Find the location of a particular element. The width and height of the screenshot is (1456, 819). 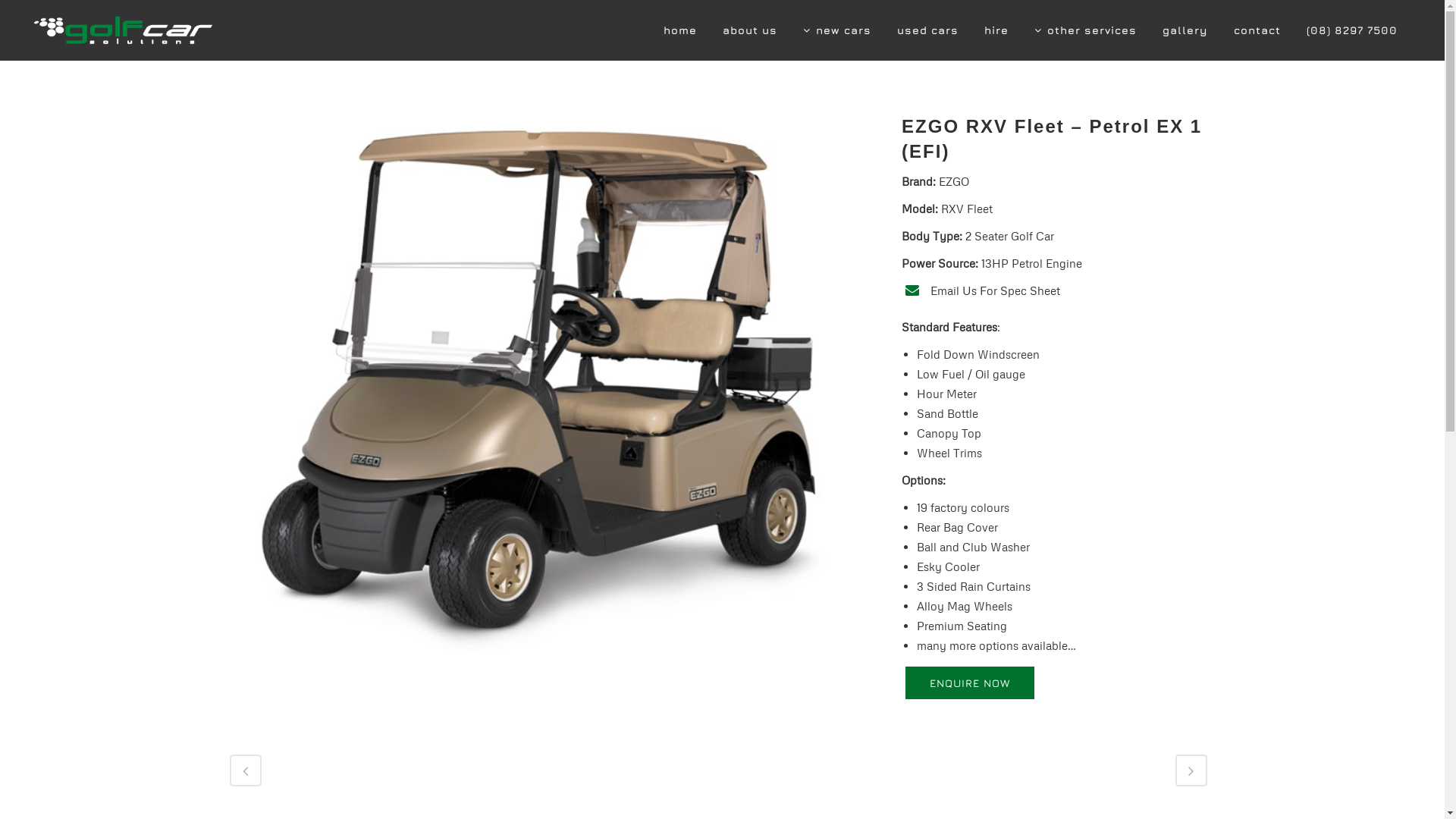

'used cars' is located at coordinates (927, 30).